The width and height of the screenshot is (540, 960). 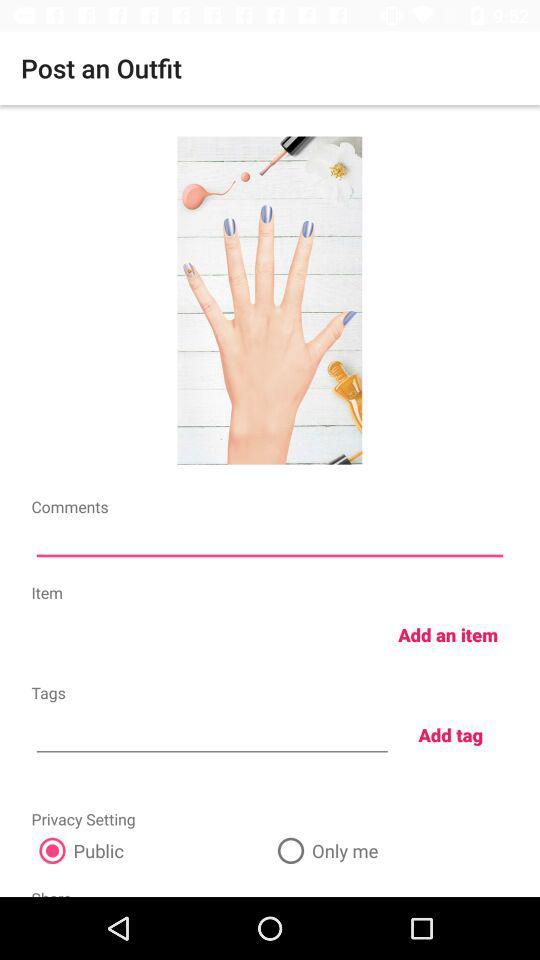 I want to click on item below add an item item, so click(x=450, y=733).